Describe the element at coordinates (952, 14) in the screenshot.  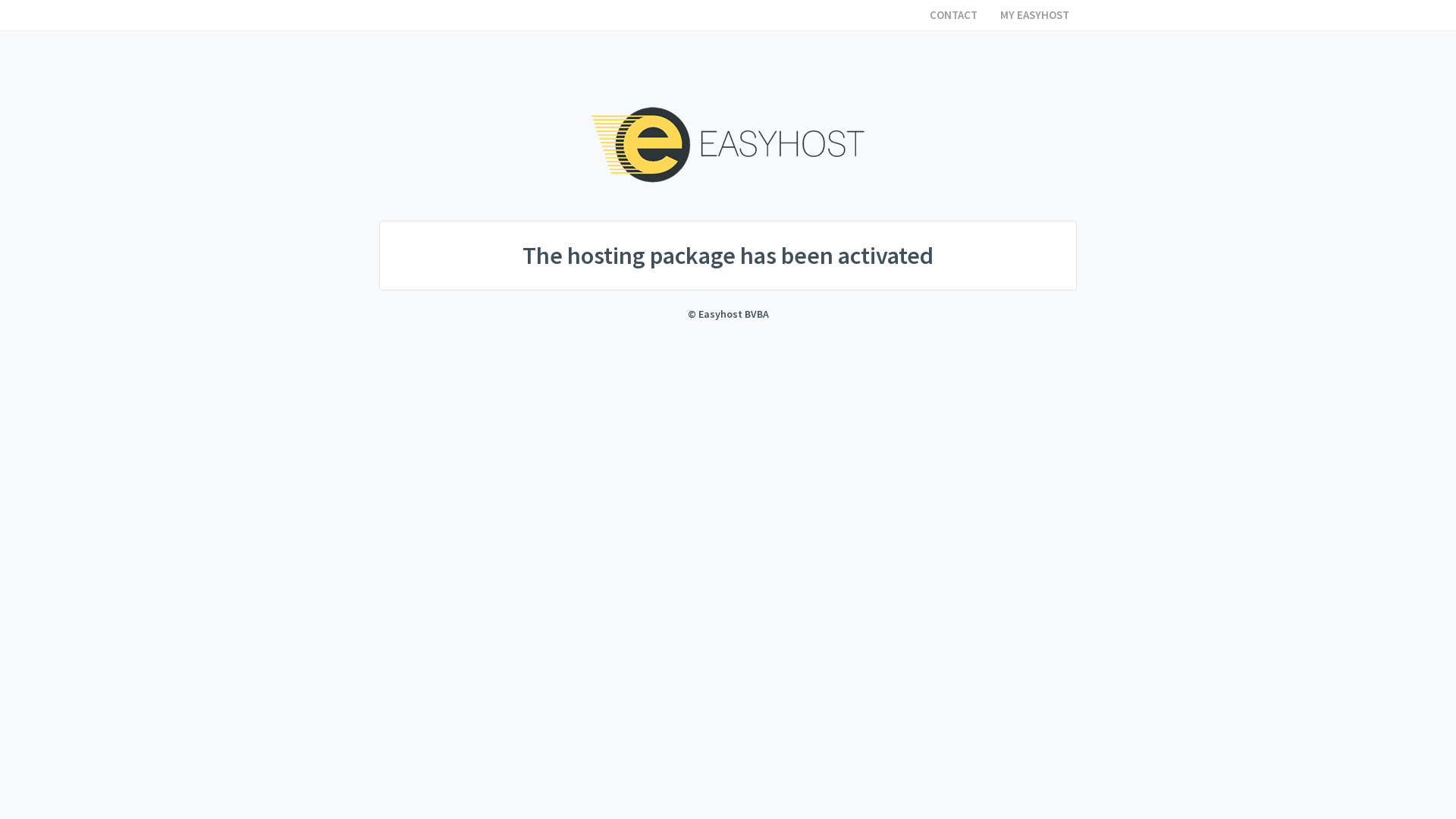
I see `'CONTACT'` at that location.